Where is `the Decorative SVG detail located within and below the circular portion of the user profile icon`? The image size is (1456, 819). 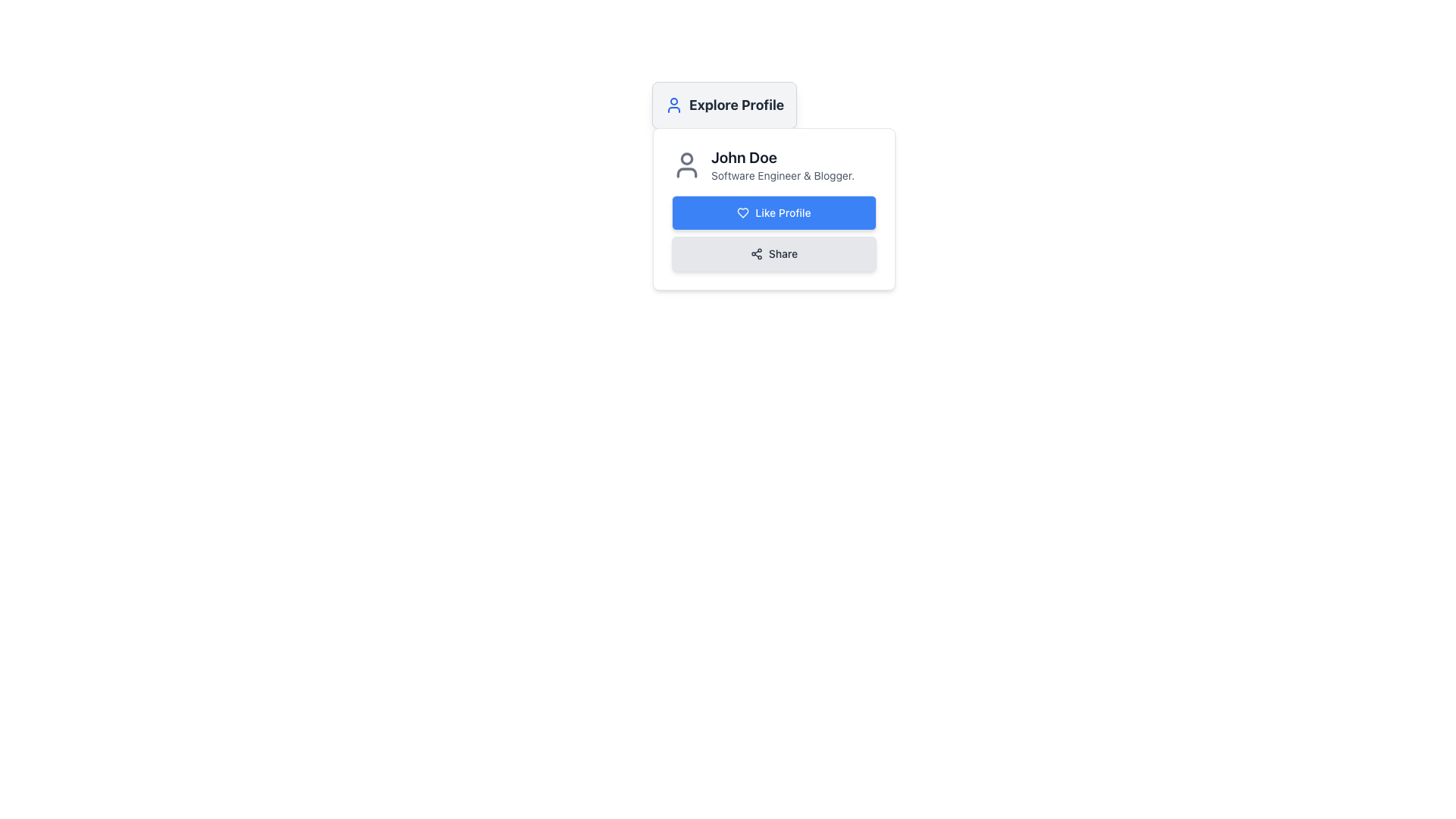
the Decorative SVG detail located within and below the circular portion of the user profile icon is located at coordinates (686, 171).